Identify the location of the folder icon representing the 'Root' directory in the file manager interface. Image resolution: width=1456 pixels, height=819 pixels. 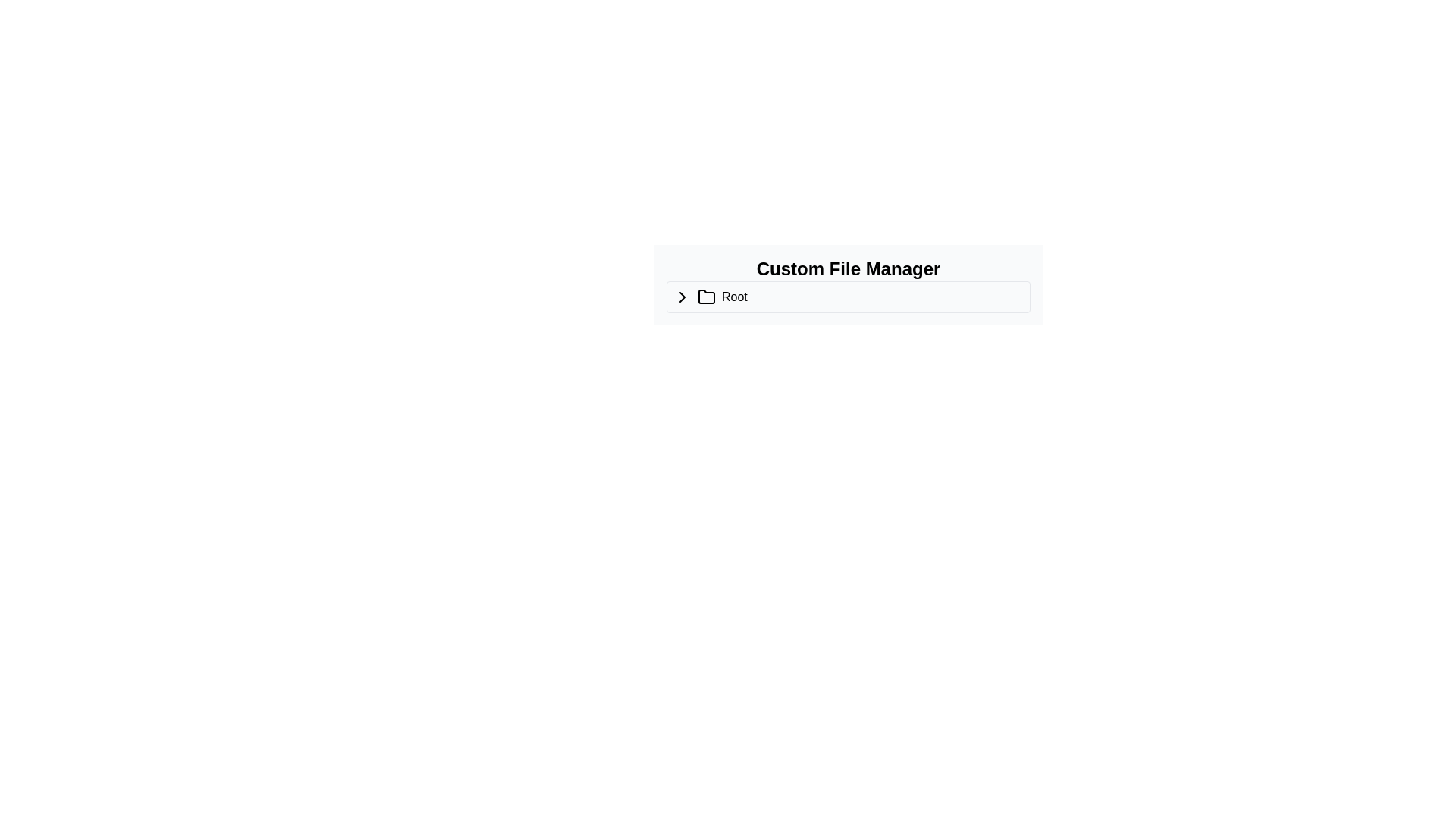
(705, 297).